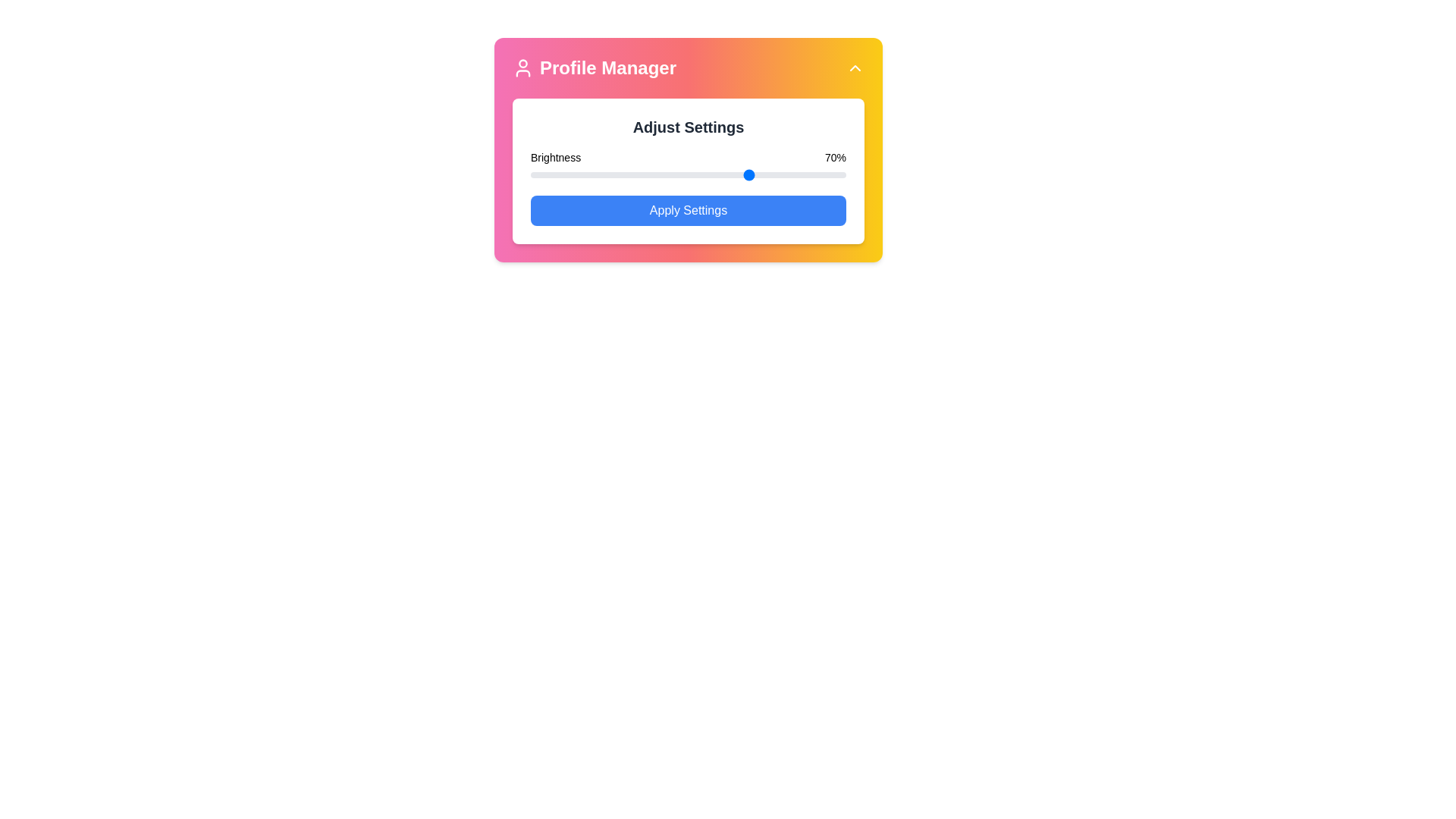  What do you see at coordinates (687, 210) in the screenshot?
I see `the rectangular blue button labeled 'Apply Settings'` at bounding box center [687, 210].